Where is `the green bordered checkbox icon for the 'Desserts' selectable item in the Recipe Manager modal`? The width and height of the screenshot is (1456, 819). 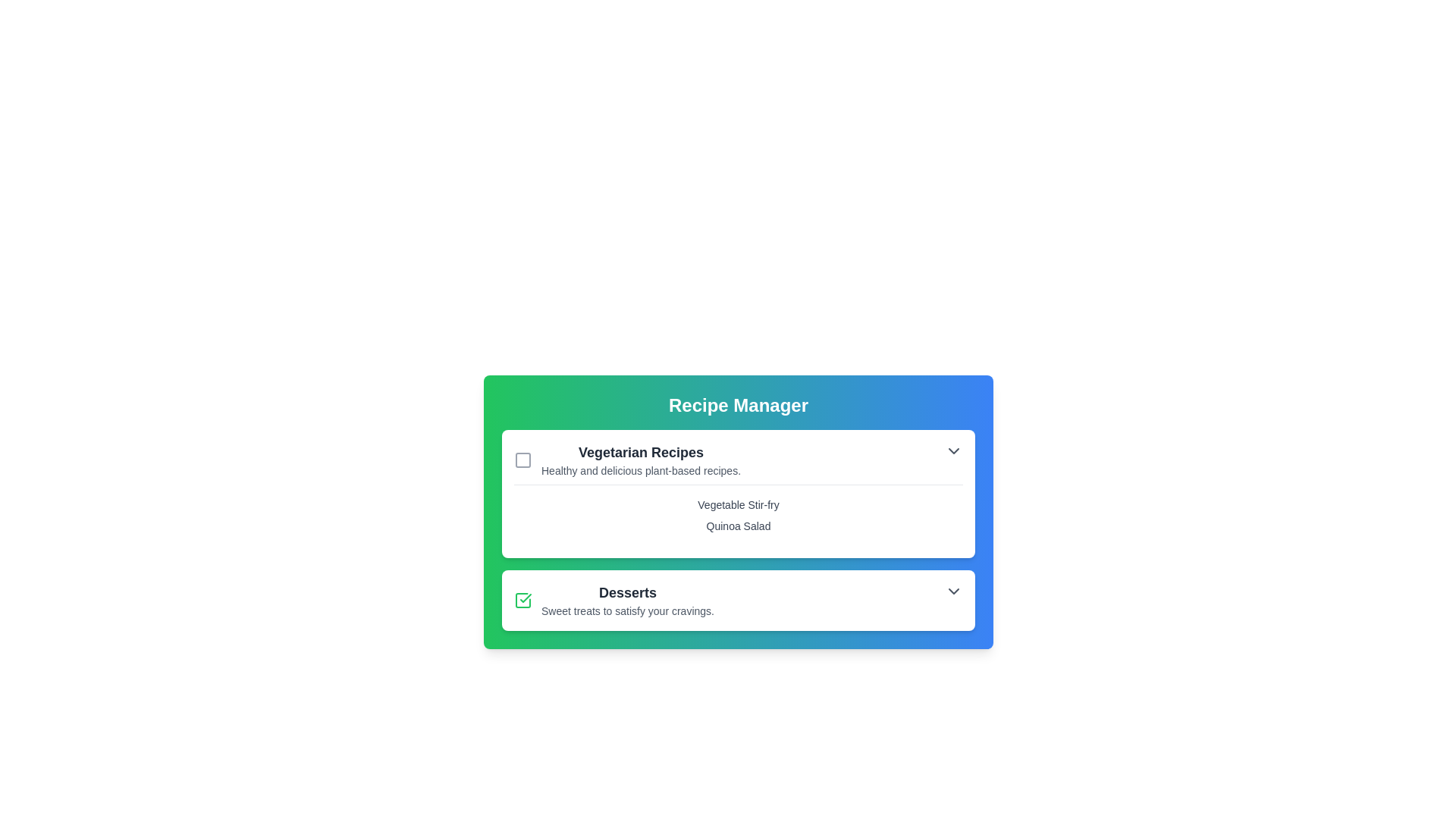 the green bordered checkbox icon for the 'Desserts' selectable item in the Recipe Manager modal is located at coordinates (614, 599).